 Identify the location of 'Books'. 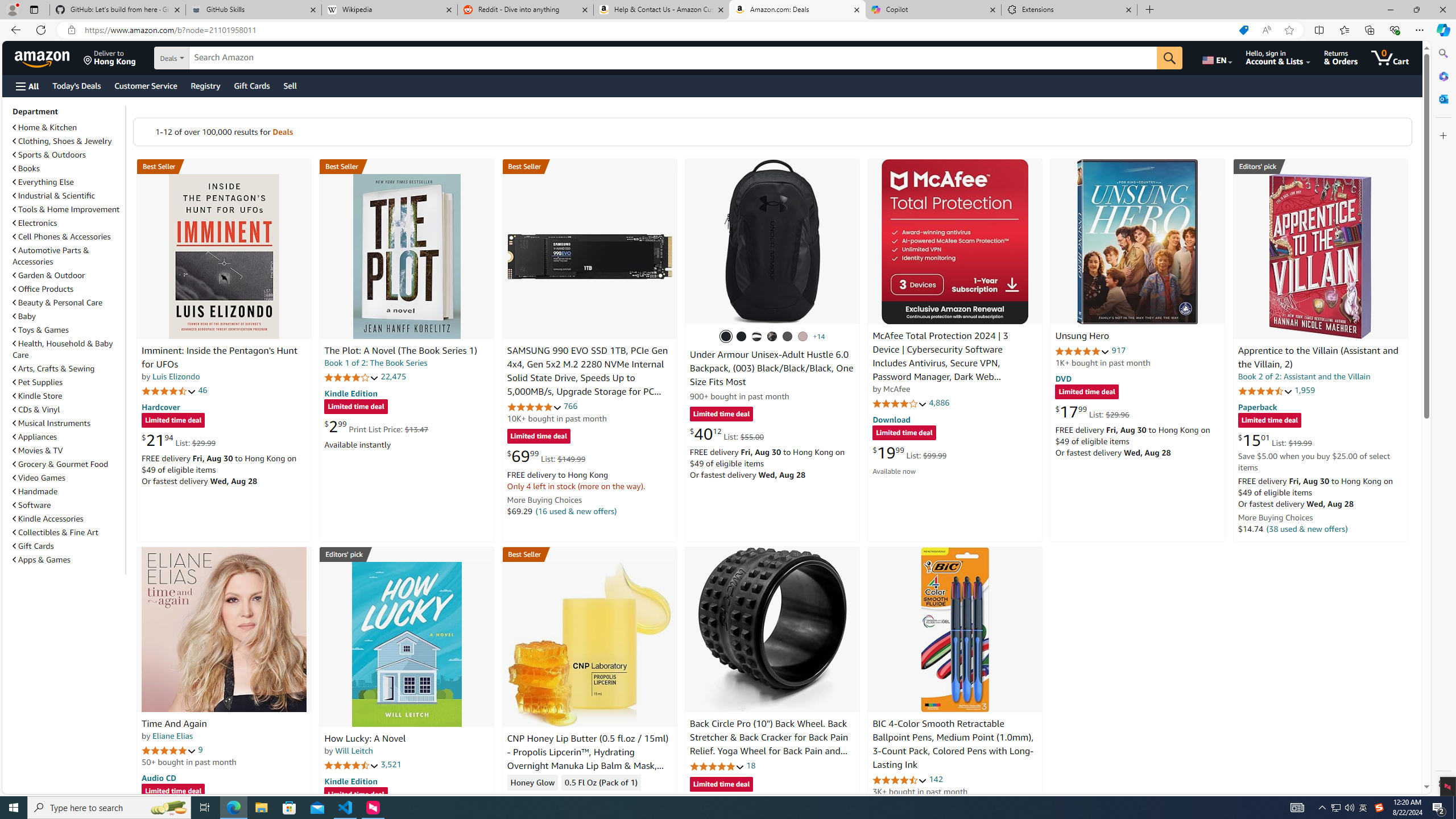
(67, 167).